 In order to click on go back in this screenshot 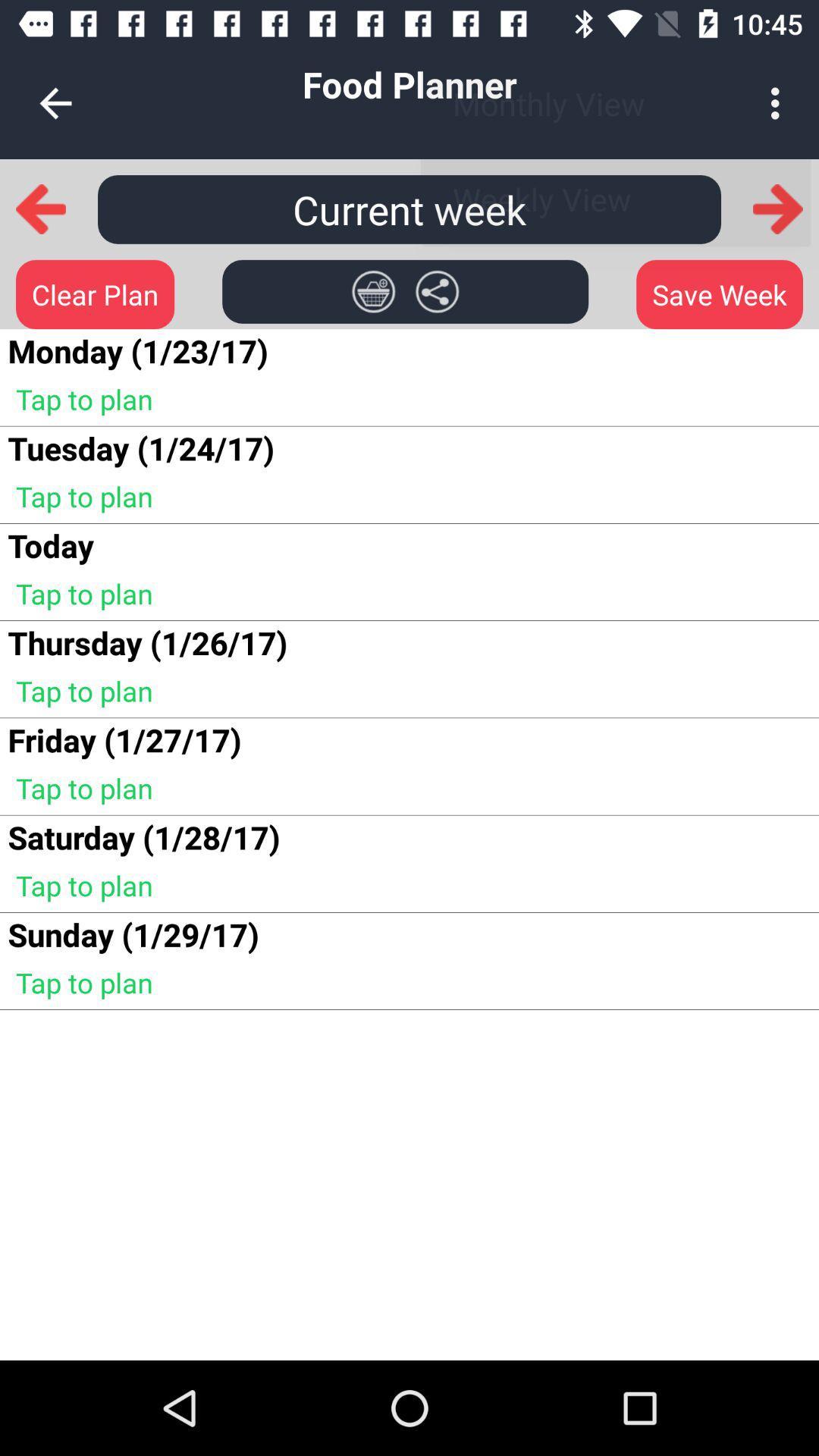, I will do `click(40, 208)`.